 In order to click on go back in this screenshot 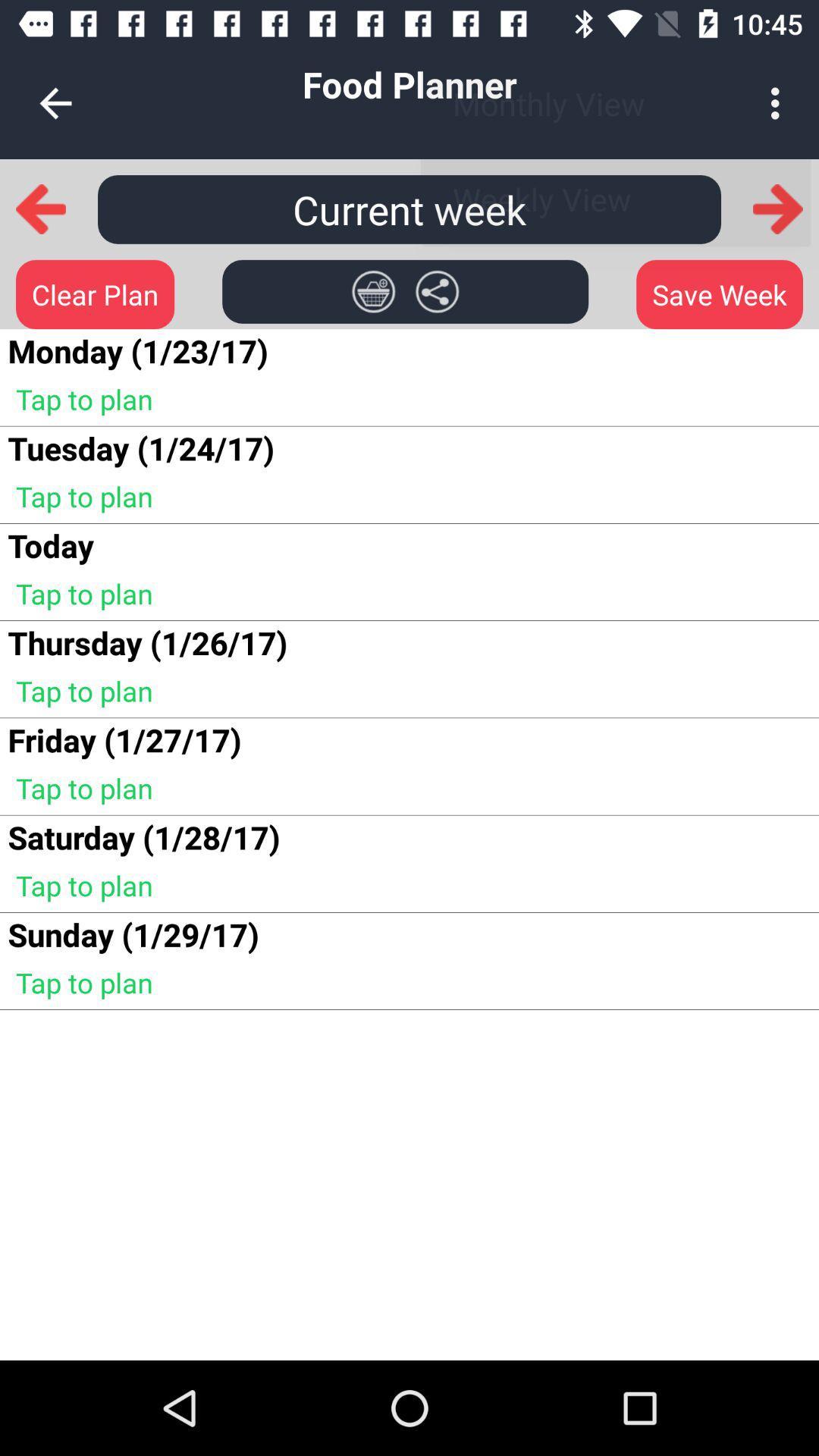, I will do `click(40, 208)`.